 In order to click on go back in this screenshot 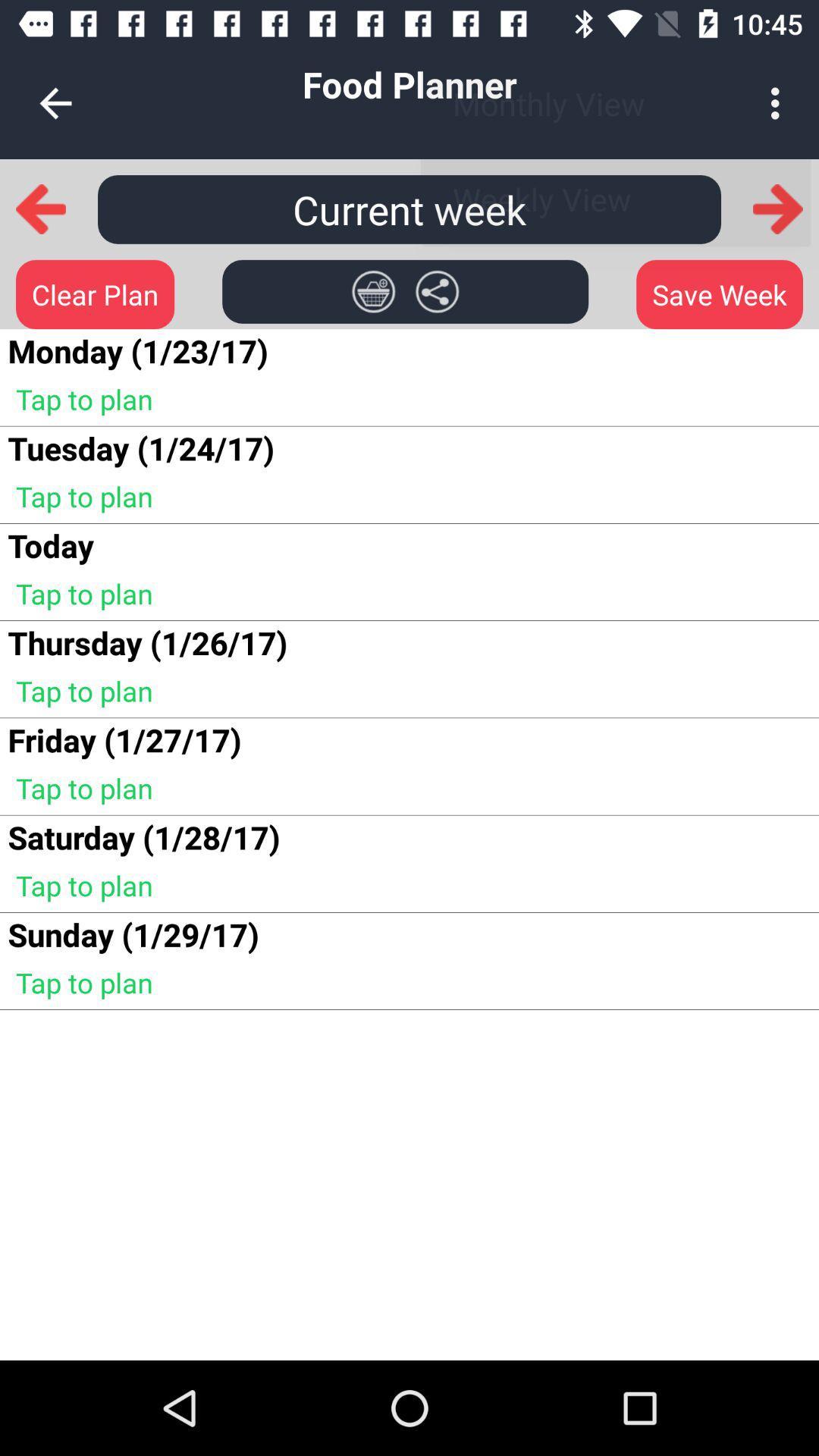, I will do `click(40, 208)`.